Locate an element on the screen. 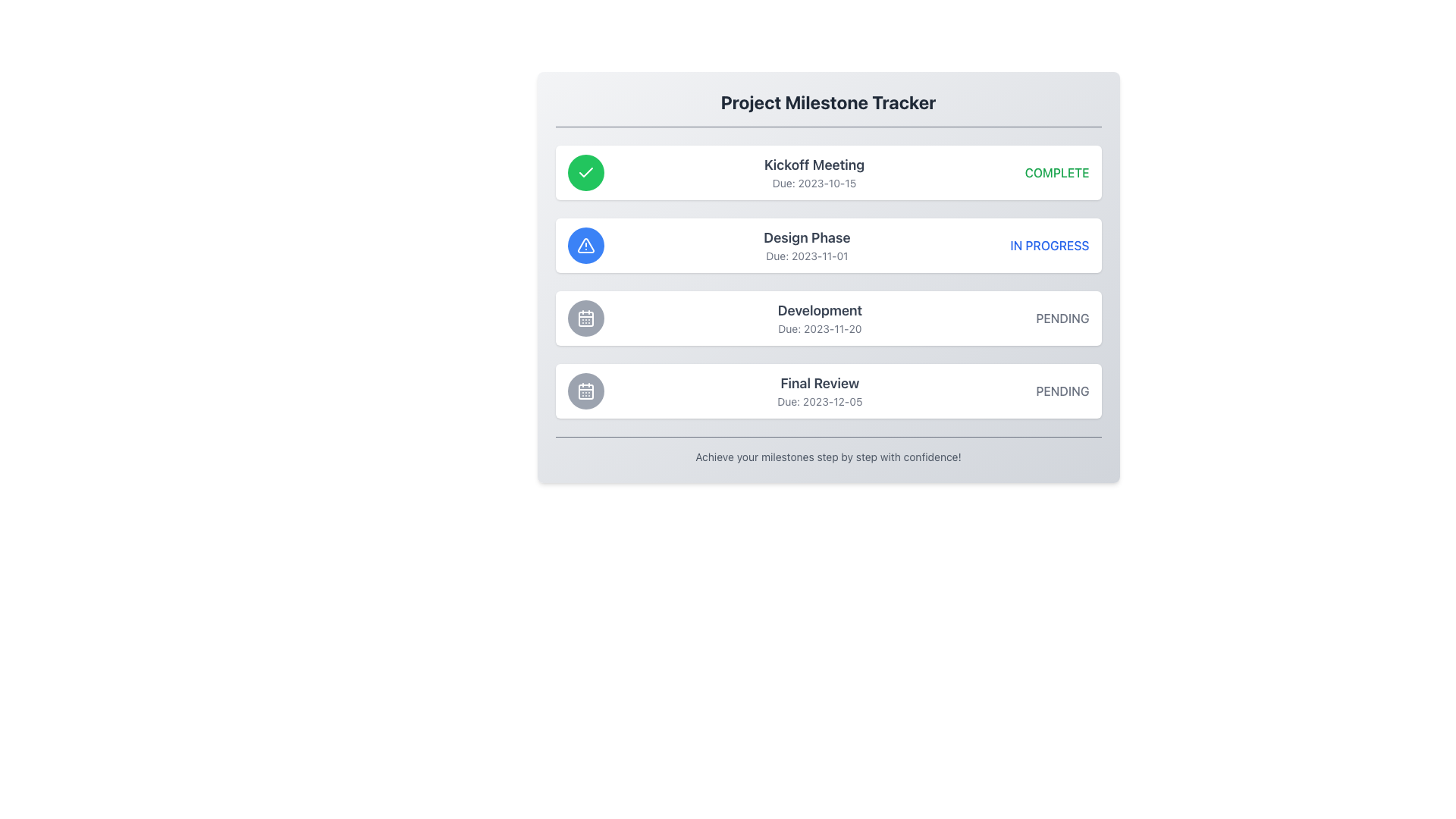  the circular icon with a gray background and a white calendar symbol located on the third row of the 'Project Milestone Tracker' list under 'Development.' is located at coordinates (585, 318).